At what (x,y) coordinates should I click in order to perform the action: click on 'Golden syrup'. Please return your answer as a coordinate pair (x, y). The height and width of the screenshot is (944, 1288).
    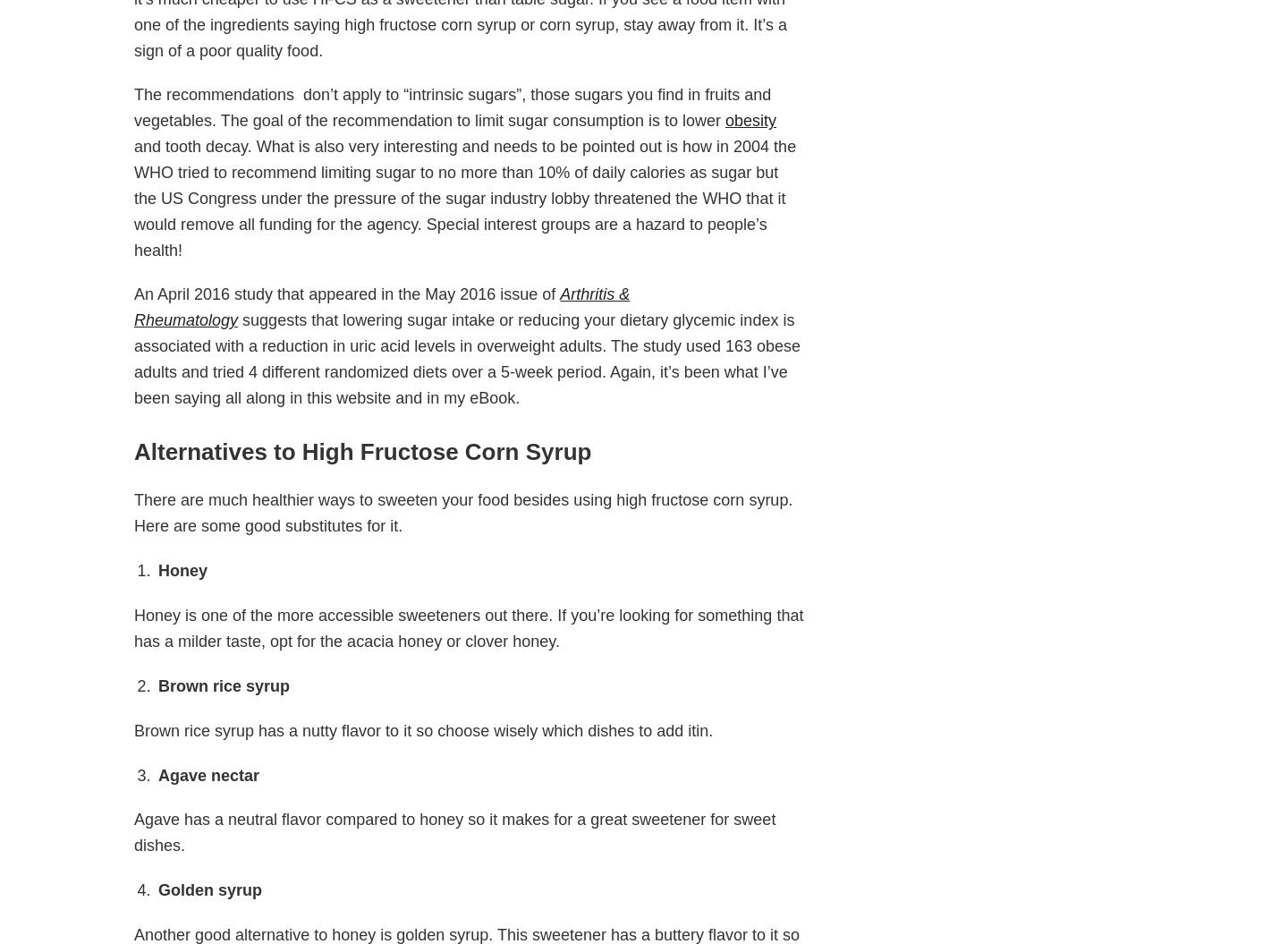
    Looking at the image, I should click on (209, 889).